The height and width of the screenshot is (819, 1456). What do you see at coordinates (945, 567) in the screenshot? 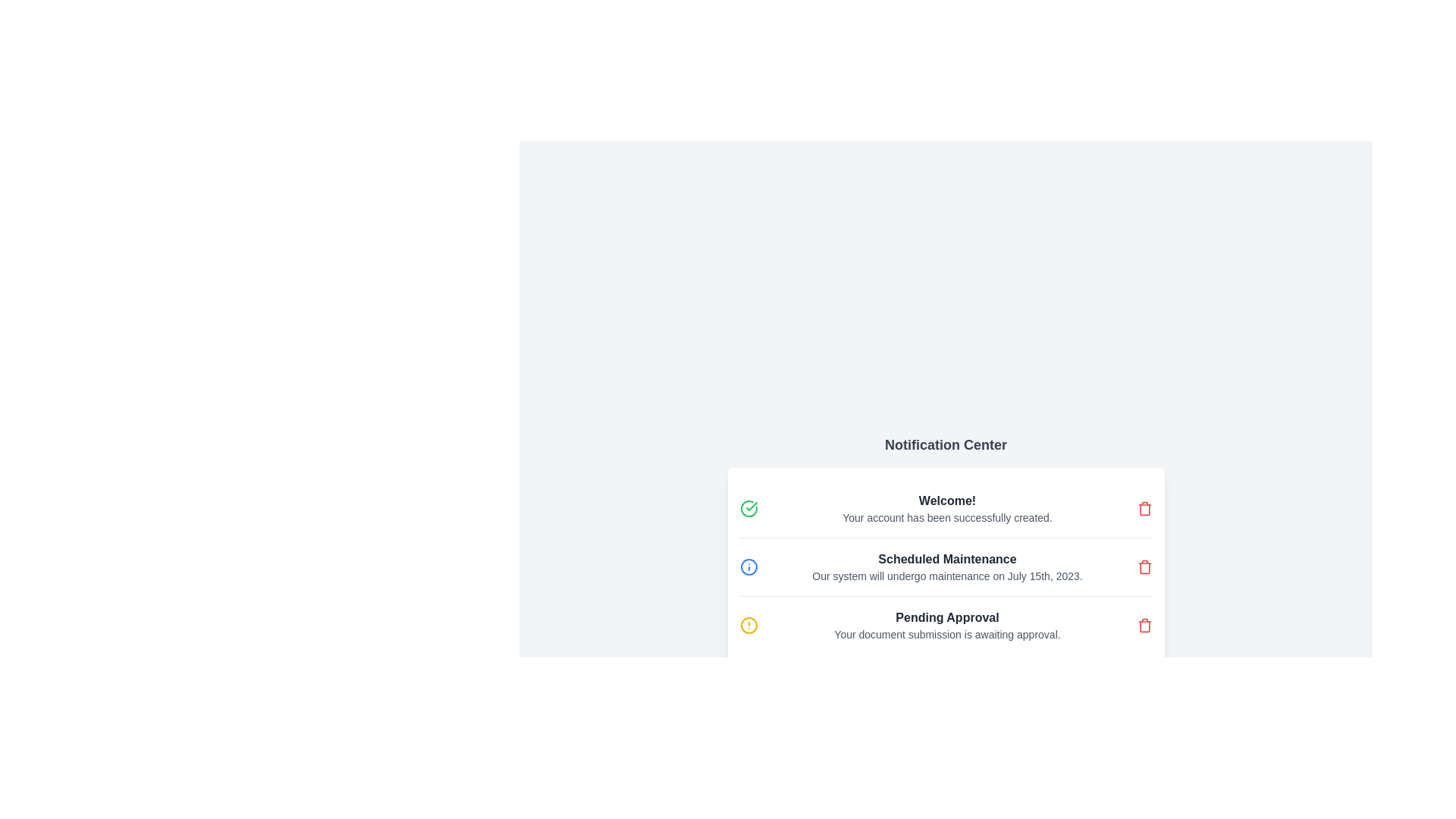
I see `text of the second Informational Notification Item regarding scheduled maintenance, positioned between 'Welcome! Your account has been successfully created.' and 'Pending Approval'` at bounding box center [945, 567].